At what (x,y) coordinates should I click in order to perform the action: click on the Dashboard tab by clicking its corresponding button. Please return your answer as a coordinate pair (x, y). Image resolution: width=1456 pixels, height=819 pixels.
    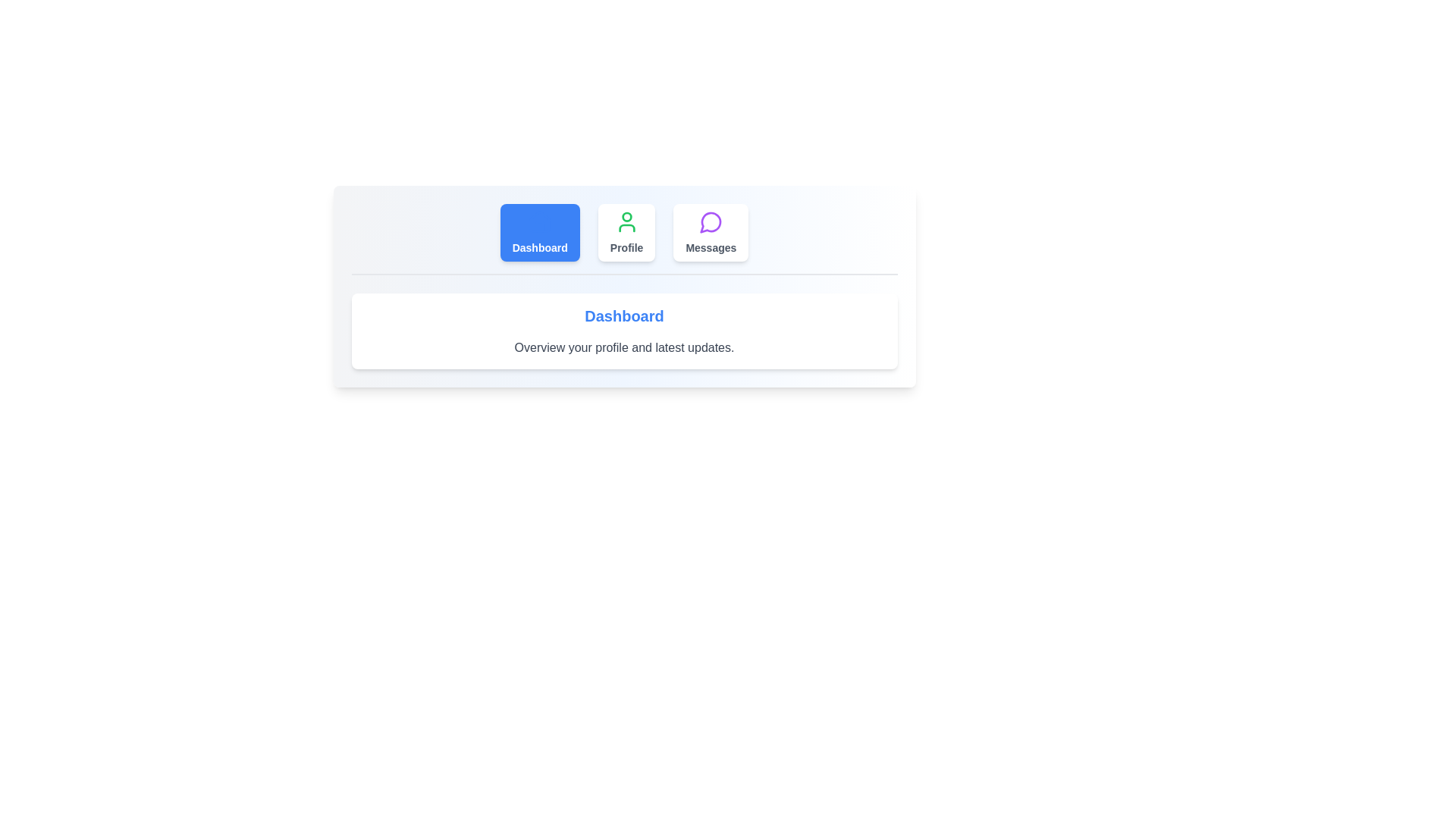
    Looking at the image, I should click on (540, 233).